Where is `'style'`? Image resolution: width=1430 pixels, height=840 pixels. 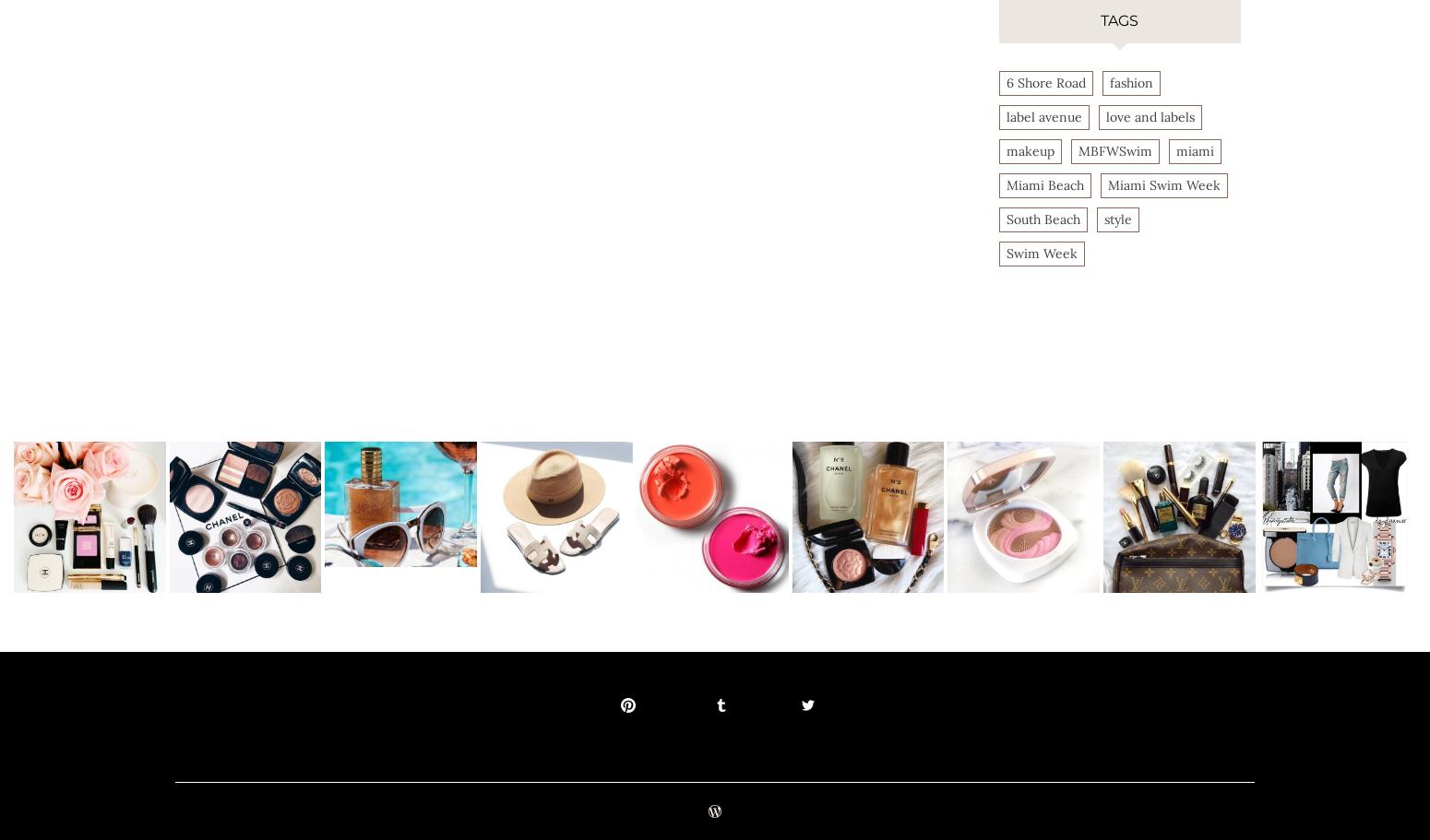 'style' is located at coordinates (1117, 219).